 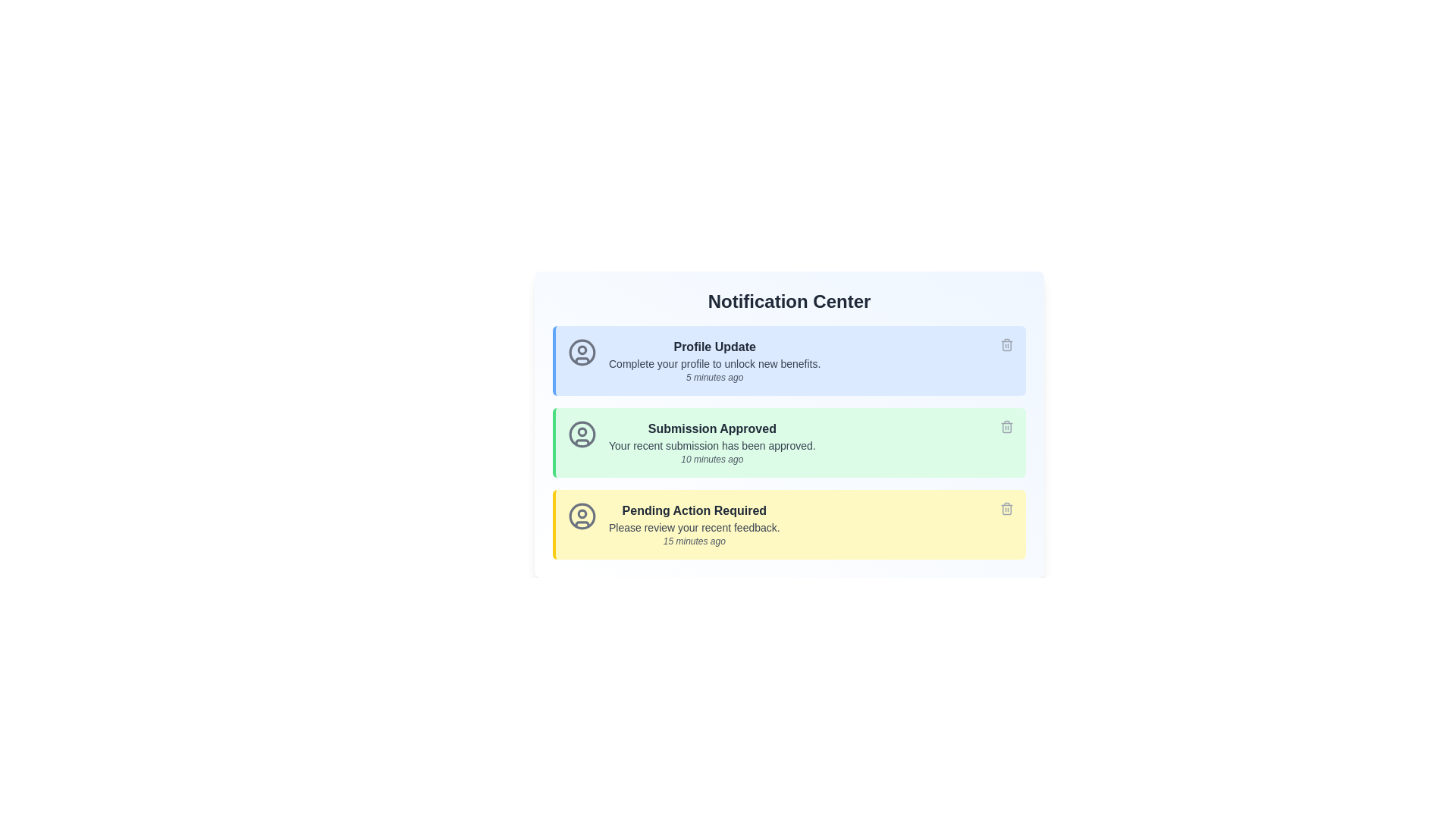 What do you see at coordinates (1007, 428) in the screenshot?
I see `the clickable icon representing the deletion action` at bounding box center [1007, 428].